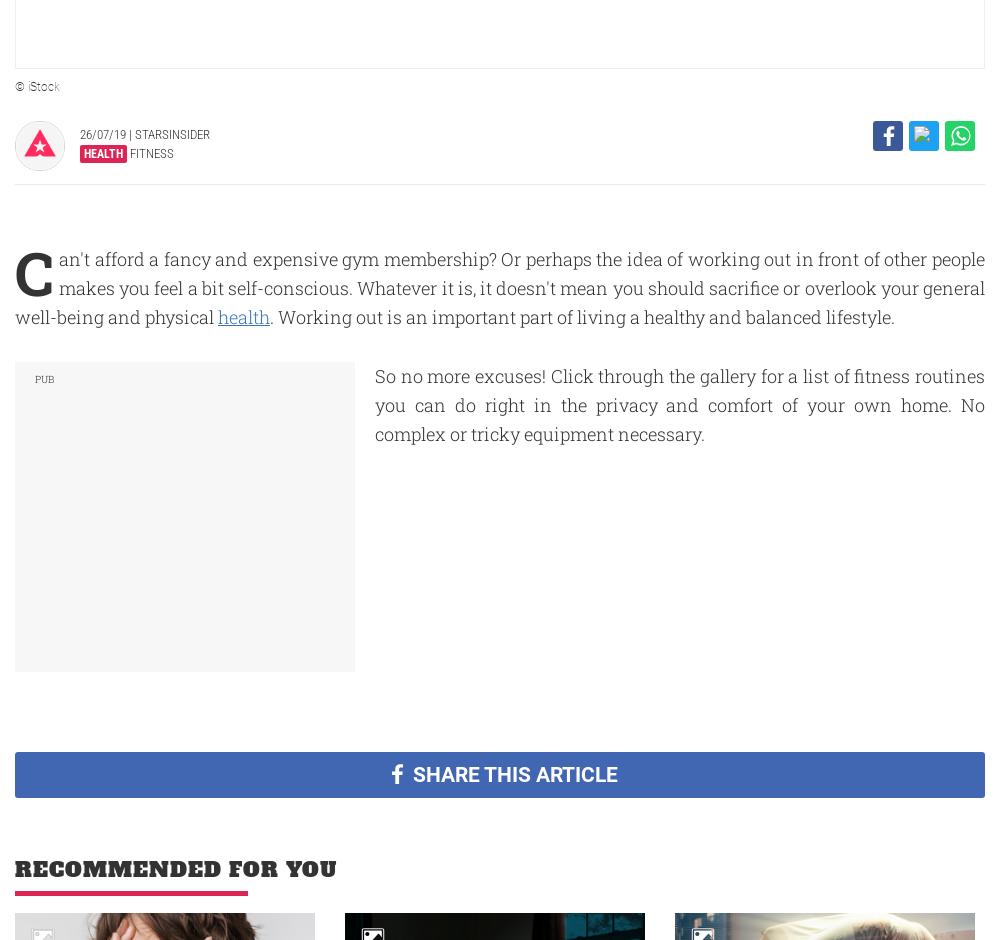 This screenshot has height=940, width=1000. What do you see at coordinates (168, 133) in the screenshot?
I see `'| StarsInsider'` at bounding box center [168, 133].